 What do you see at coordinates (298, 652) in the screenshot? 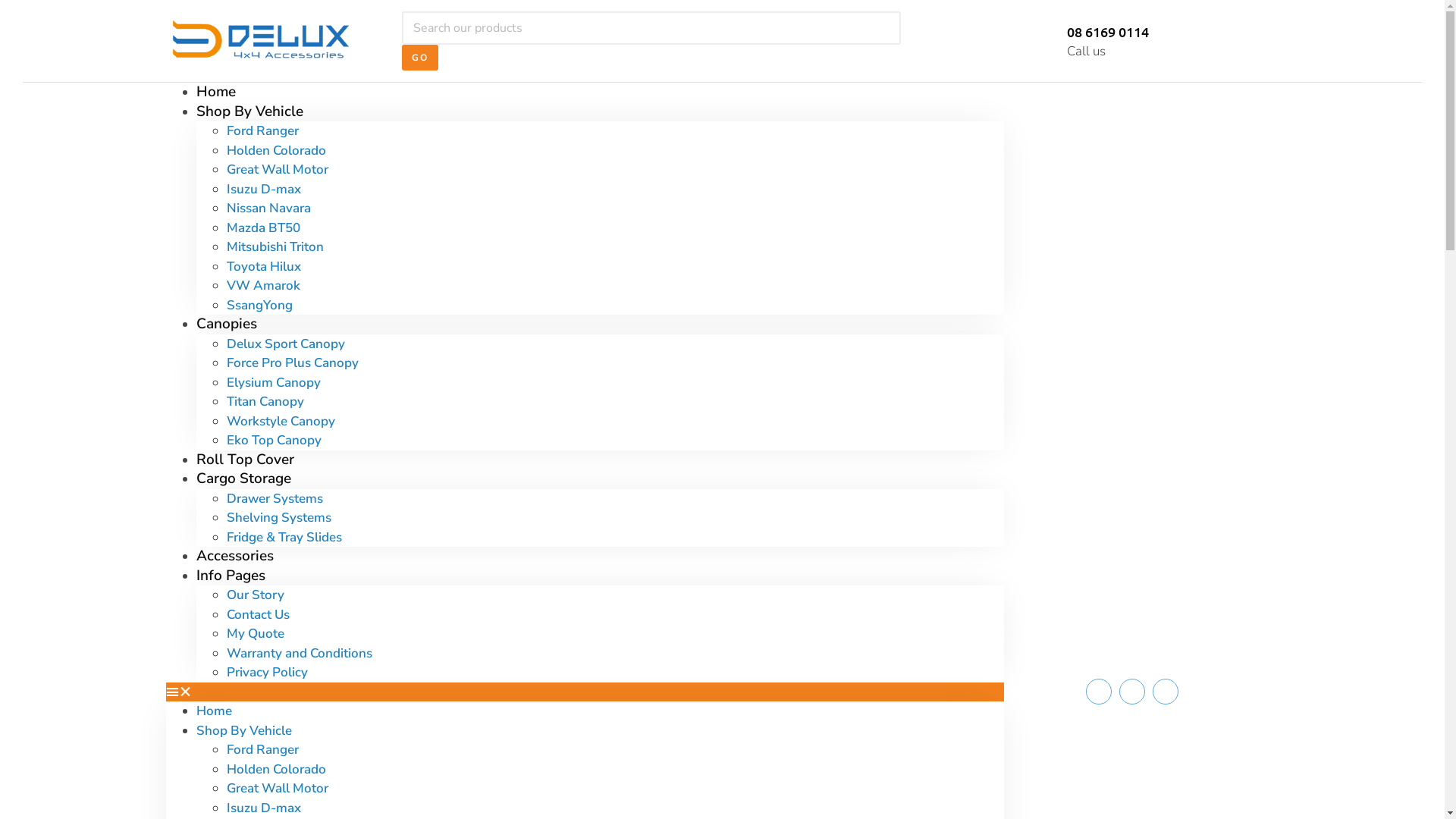
I see `'Warranty and Conditions'` at bounding box center [298, 652].